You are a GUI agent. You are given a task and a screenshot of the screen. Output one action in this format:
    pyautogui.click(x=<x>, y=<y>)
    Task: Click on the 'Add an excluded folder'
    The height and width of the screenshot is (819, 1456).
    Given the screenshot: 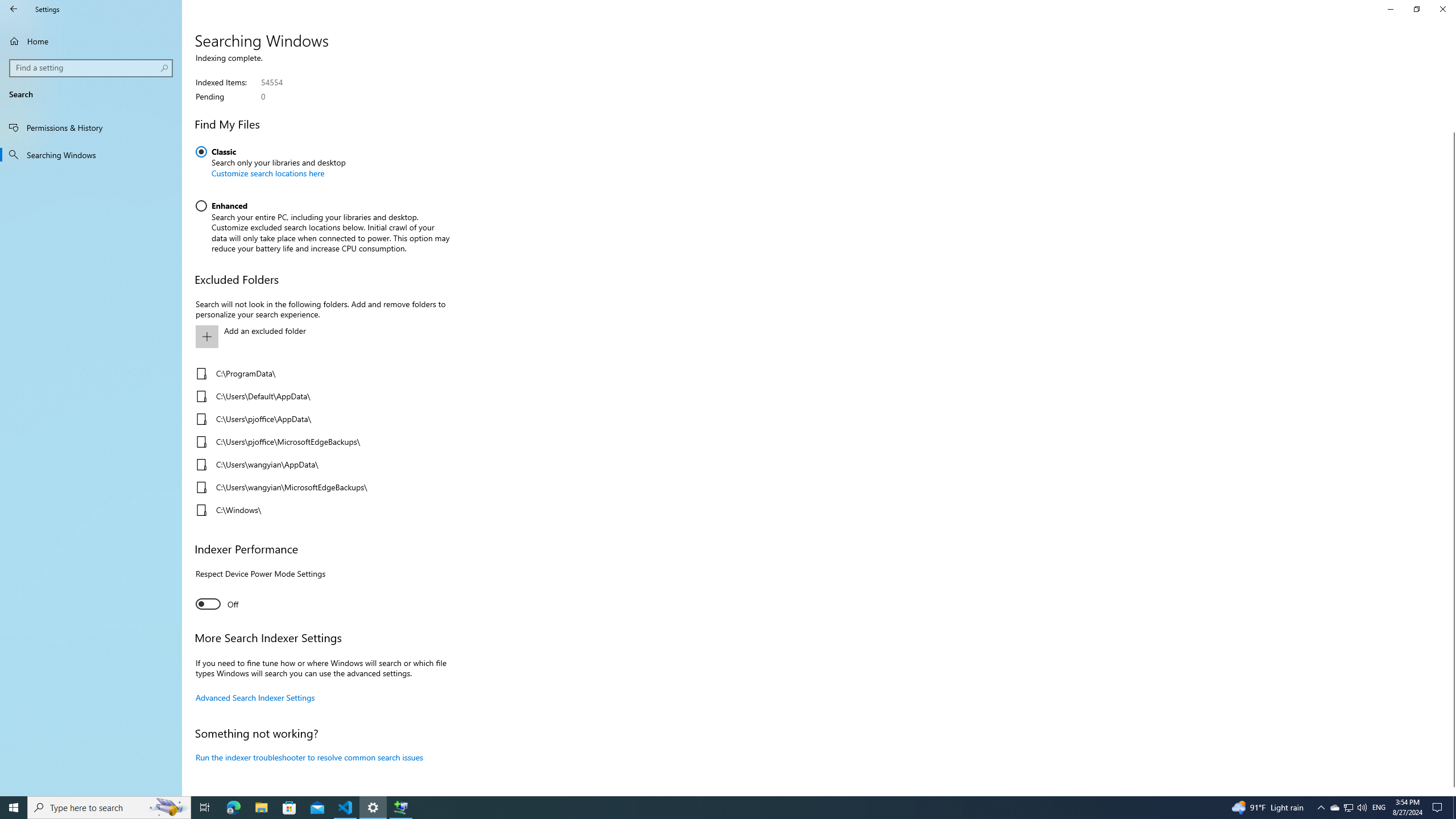 What is the action you would take?
    pyautogui.click(x=318, y=336)
    